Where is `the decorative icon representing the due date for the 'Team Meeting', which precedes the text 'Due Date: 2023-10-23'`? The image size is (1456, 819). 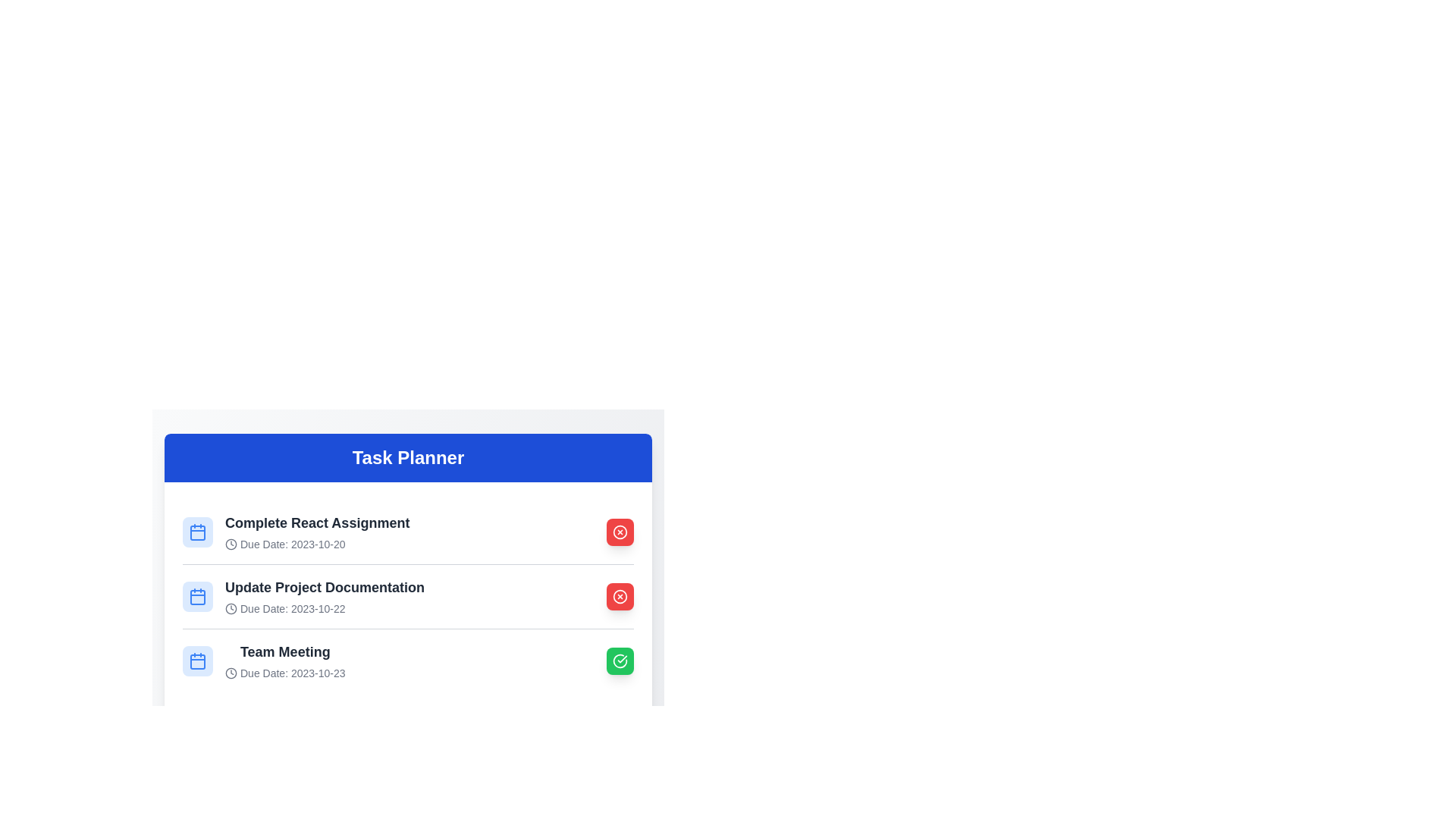 the decorative icon representing the due date for the 'Team Meeting', which precedes the text 'Due Date: 2023-10-23' is located at coordinates (231, 672).